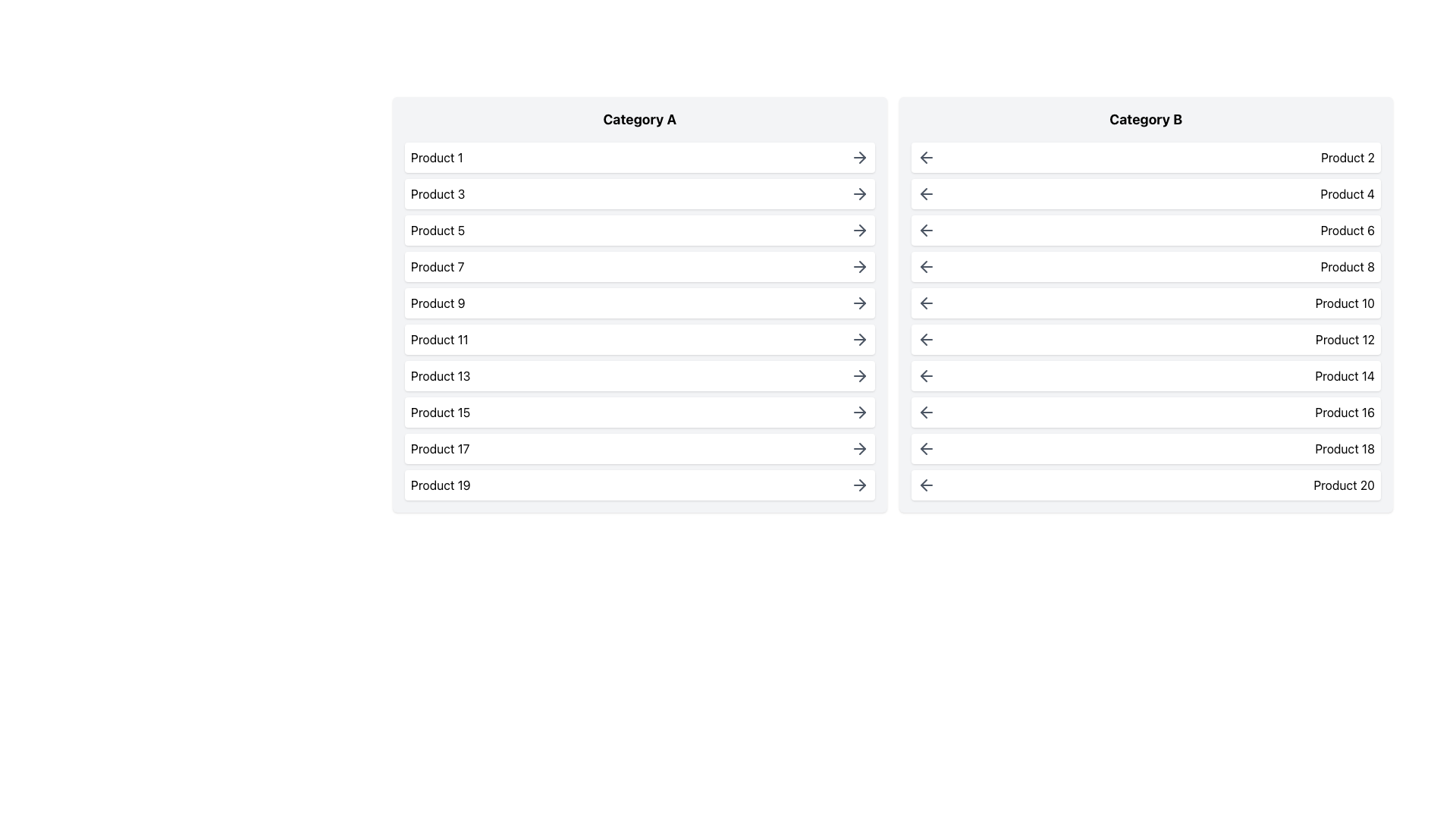 The width and height of the screenshot is (1456, 819). I want to click on the right-pointing dark gray arrow icon at the end of the 'Product 15' list entry, so click(859, 412).